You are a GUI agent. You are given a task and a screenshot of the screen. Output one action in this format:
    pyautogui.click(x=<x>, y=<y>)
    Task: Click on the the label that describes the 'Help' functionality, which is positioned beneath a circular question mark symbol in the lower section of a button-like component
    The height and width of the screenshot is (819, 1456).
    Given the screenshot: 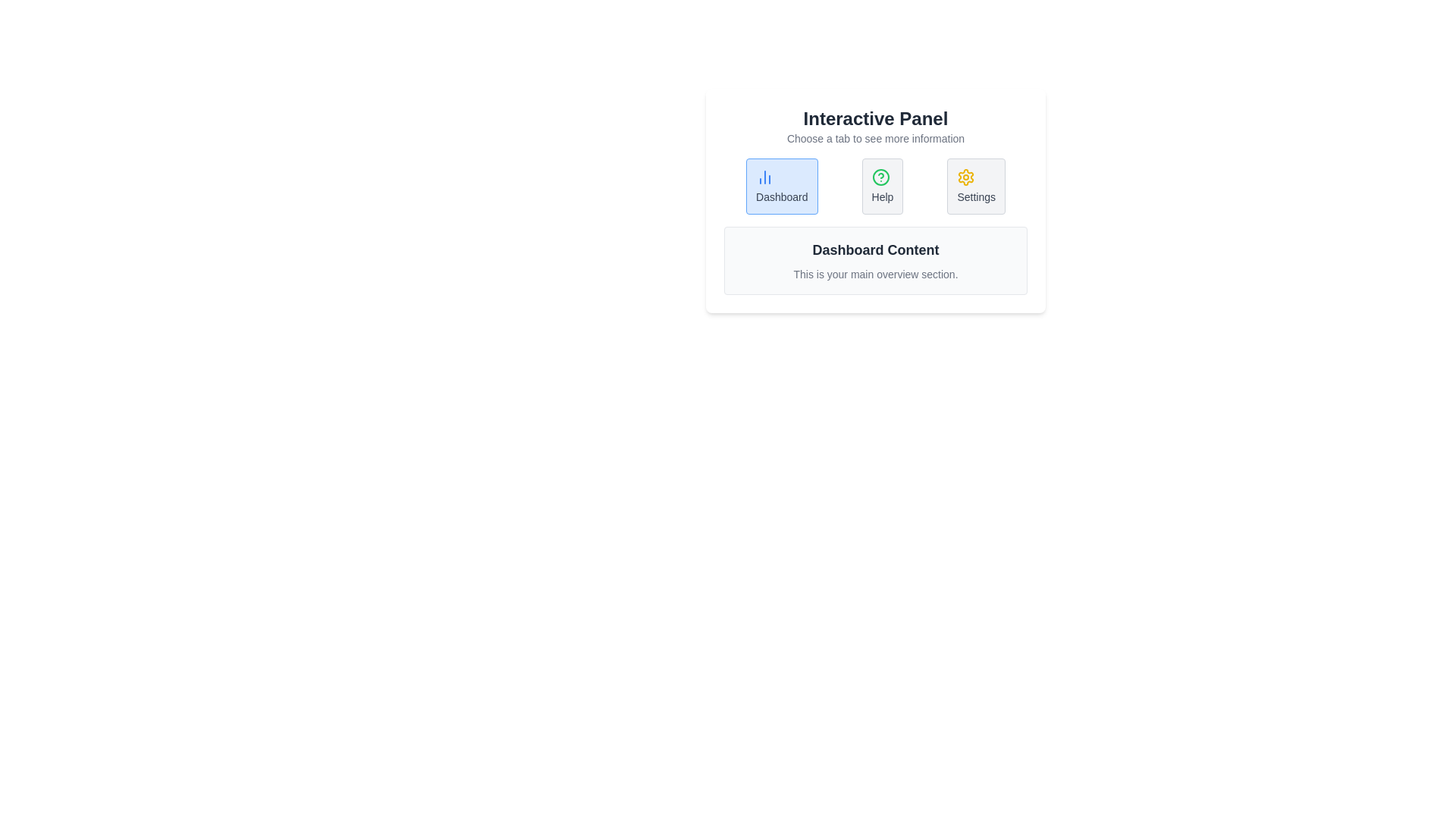 What is the action you would take?
    pyautogui.click(x=882, y=196)
    